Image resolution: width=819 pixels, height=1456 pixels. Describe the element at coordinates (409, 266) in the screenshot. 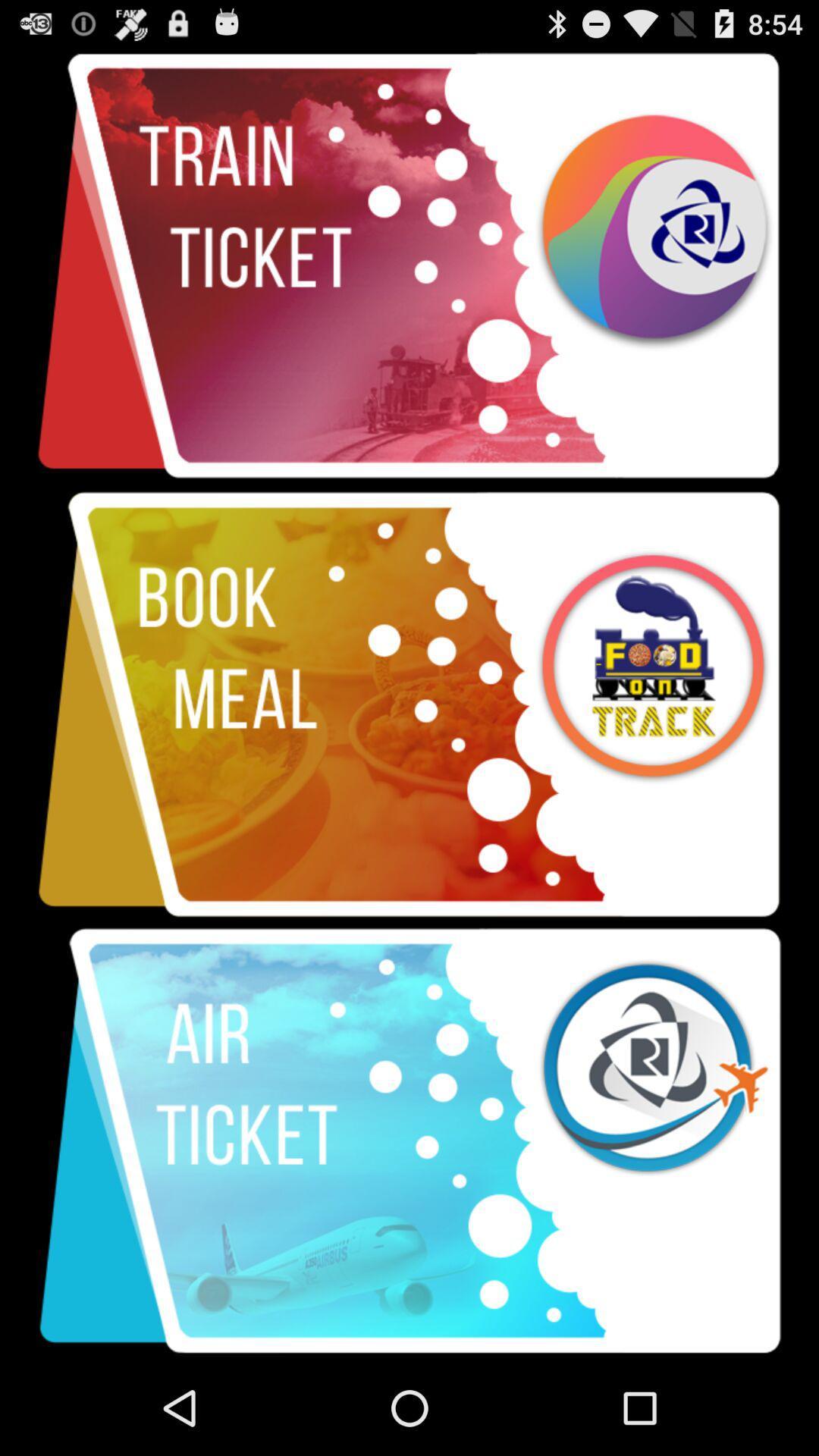

I see `train ticket option` at that location.